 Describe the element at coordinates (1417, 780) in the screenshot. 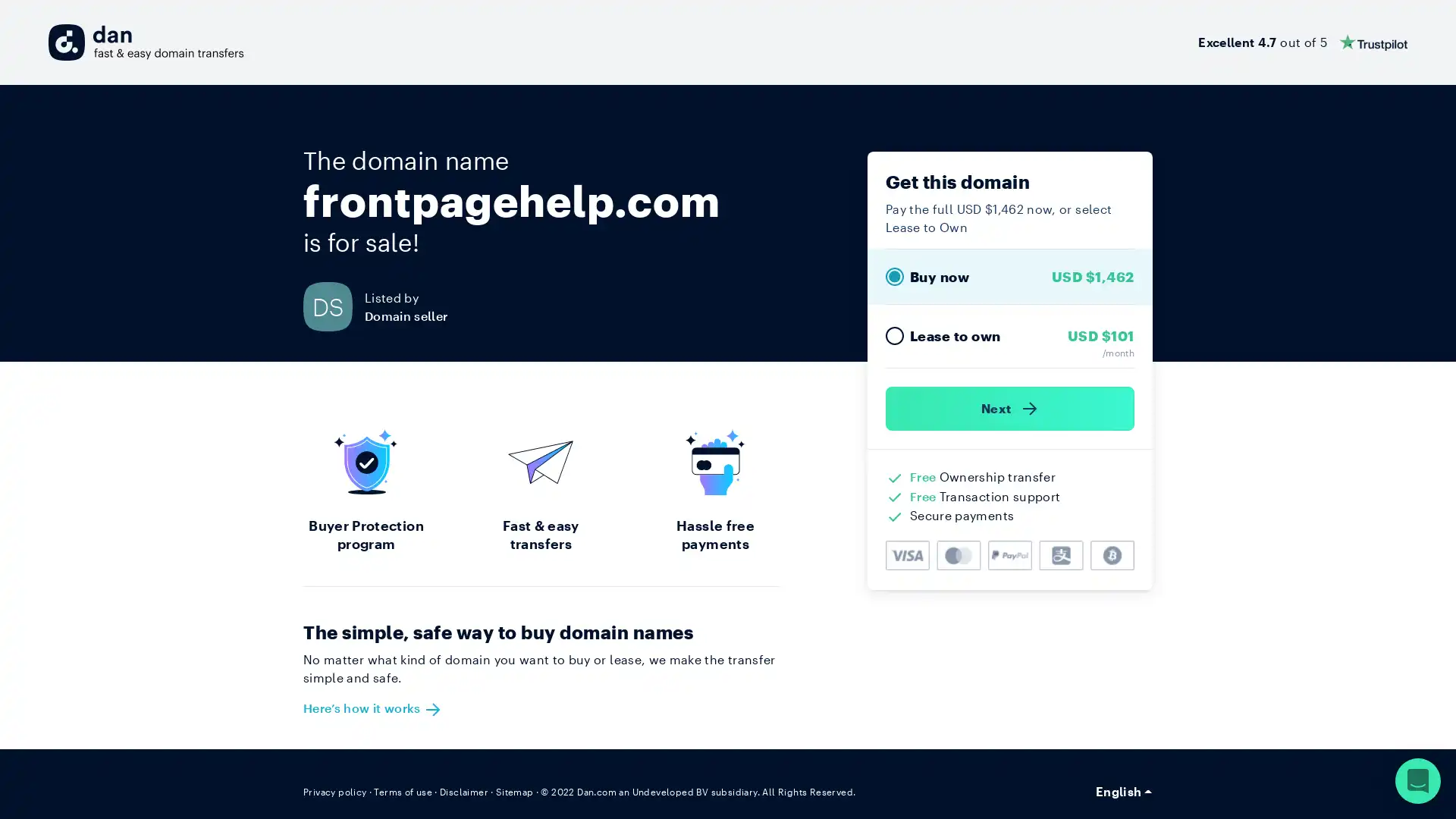

I see `Open Intercom Messenger` at that location.